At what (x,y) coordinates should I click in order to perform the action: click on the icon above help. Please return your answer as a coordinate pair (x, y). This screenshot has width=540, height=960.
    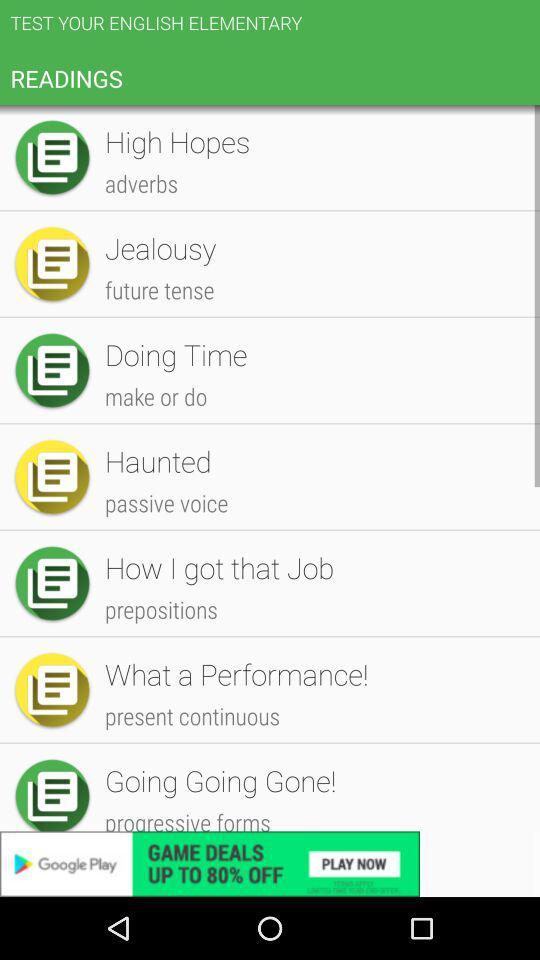
    Looking at the image, I should click on (312, 786).